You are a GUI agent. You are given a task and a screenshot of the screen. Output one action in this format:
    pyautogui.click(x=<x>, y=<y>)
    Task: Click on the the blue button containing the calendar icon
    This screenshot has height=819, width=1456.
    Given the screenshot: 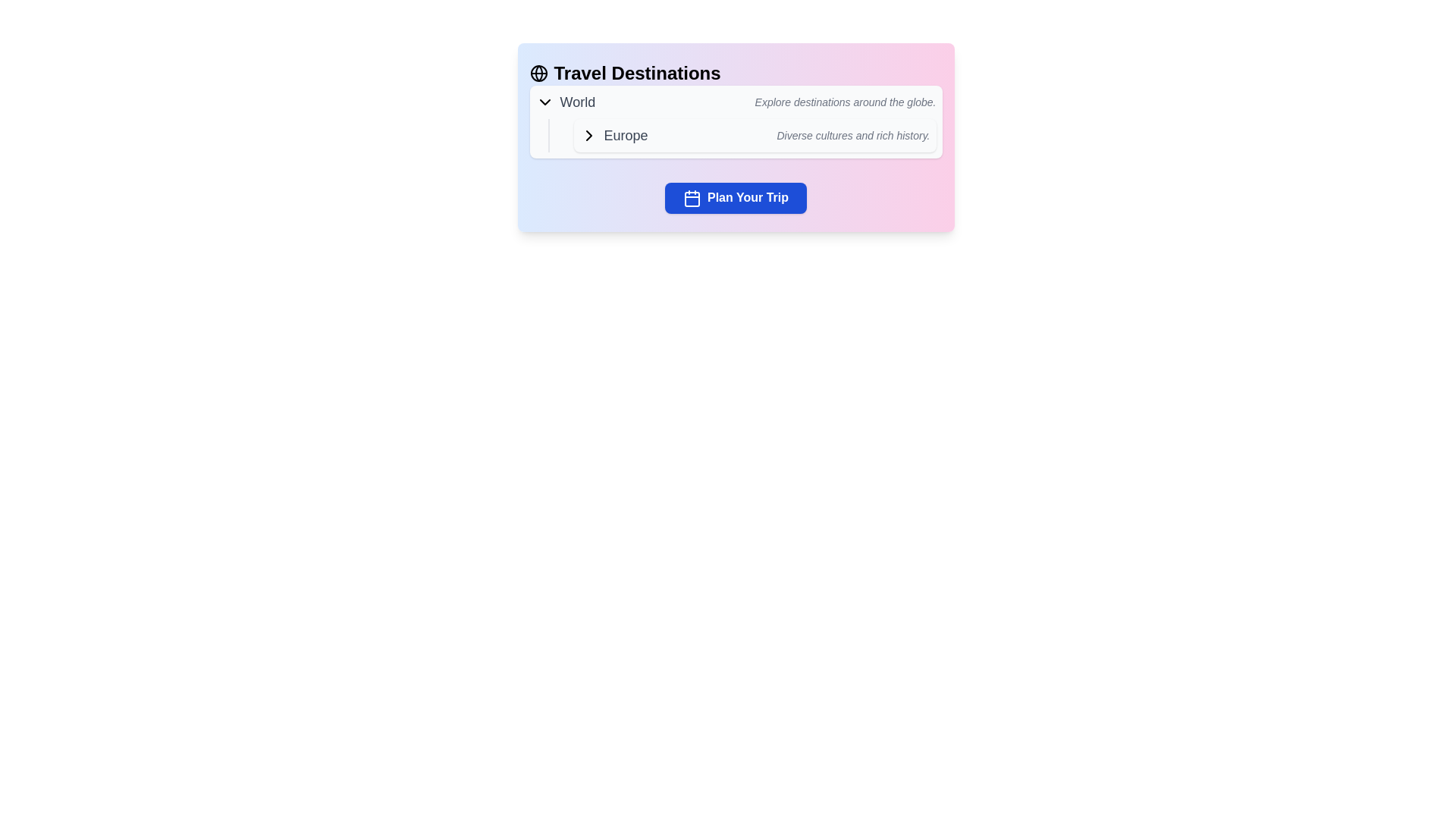 What is the action you would take?
    pyautogui.click(x=691, y=197)
    